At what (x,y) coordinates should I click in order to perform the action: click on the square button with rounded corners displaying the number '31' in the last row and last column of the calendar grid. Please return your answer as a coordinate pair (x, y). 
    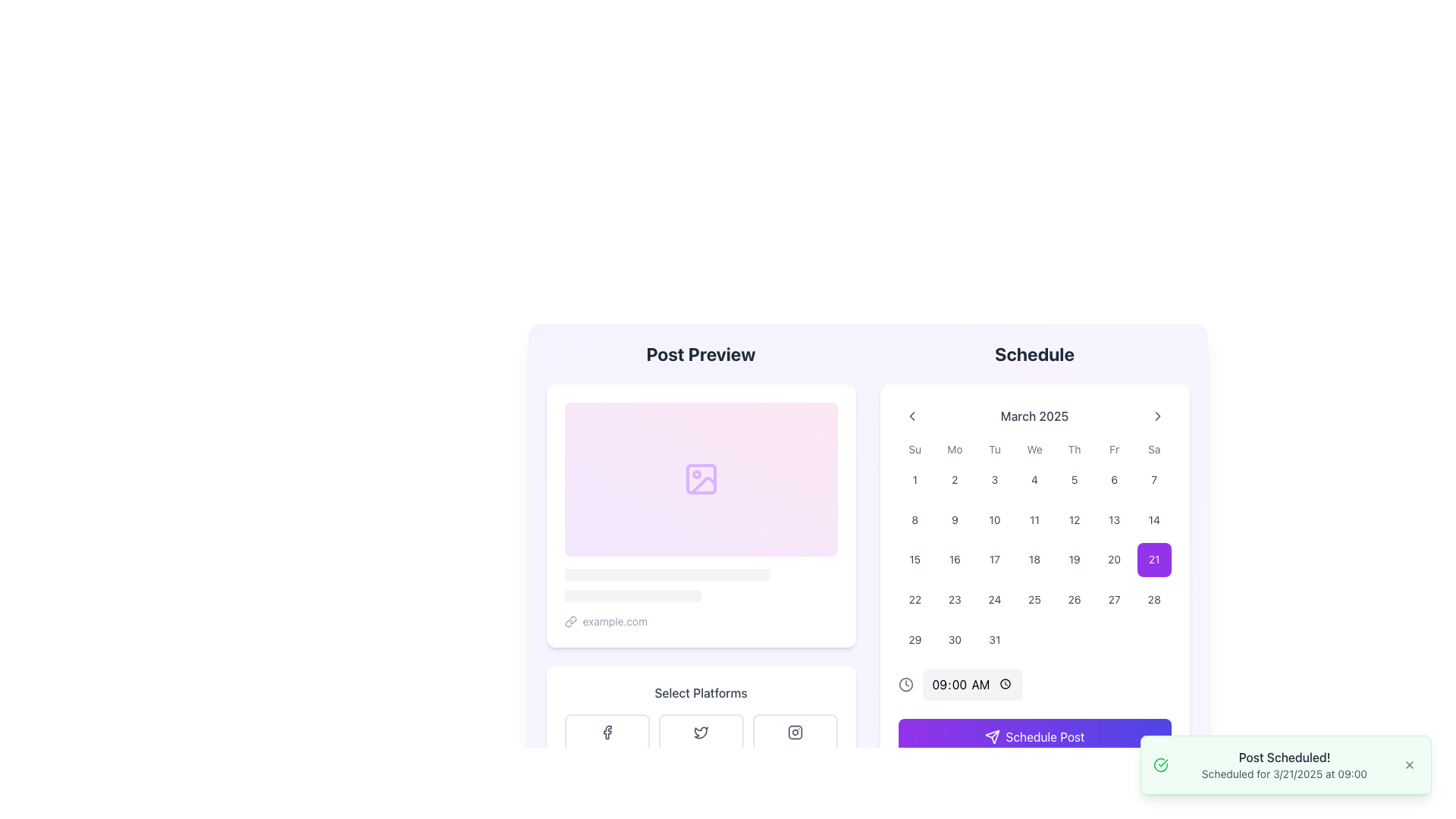
    Looking at the image, I should click on (994, 639).